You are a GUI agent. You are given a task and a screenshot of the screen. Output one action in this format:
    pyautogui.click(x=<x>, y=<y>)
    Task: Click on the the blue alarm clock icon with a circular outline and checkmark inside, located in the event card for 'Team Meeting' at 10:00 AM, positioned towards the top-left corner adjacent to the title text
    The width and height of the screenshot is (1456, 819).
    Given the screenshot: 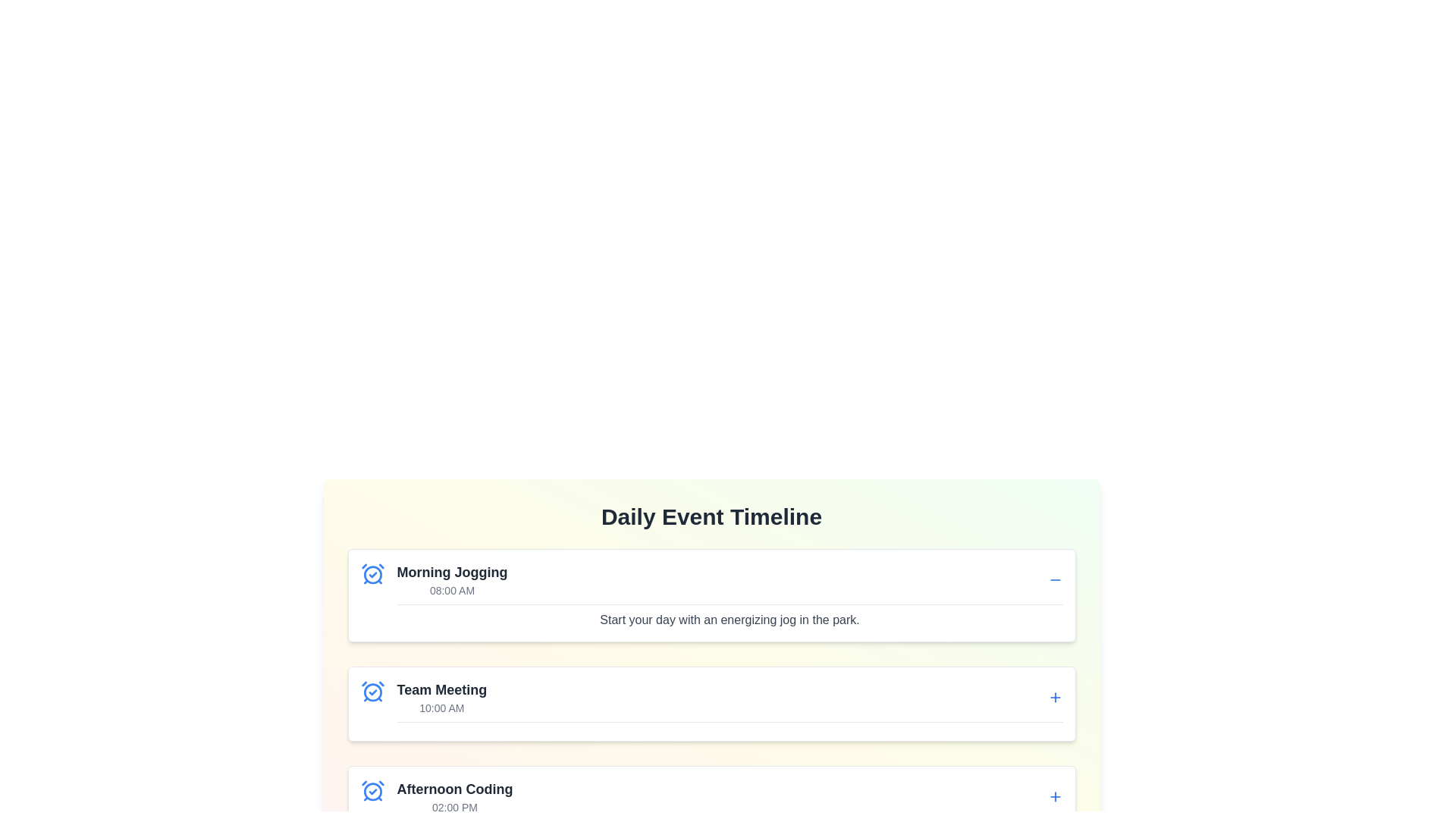 What is the action you would take?
    pyautogui.click(x=372, y=691)
    